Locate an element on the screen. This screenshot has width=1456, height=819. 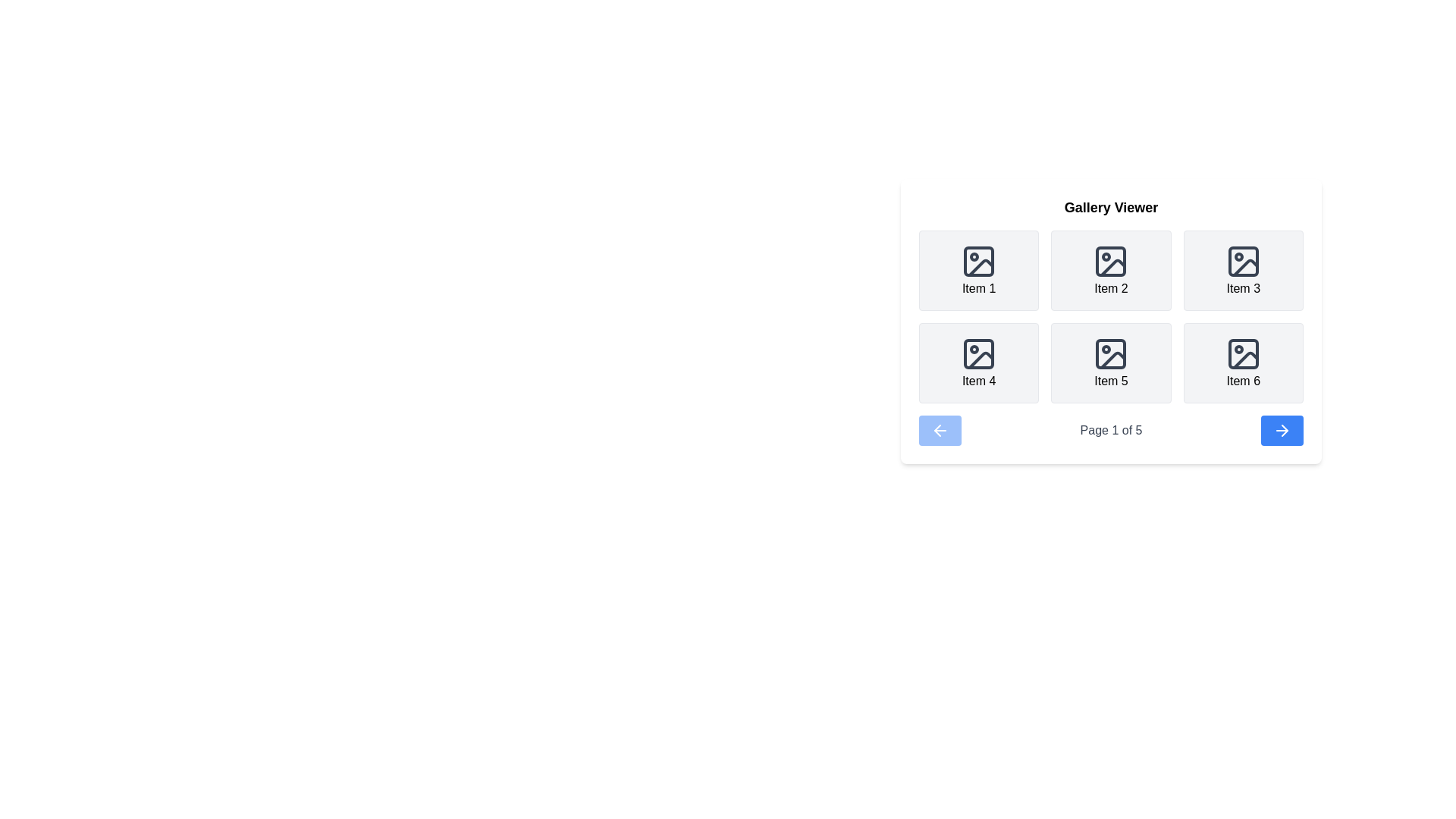
the SVG icon representing an image placeholder located in 'Item 6' of the gallery grid, which features a rectangular frame with rounded corners and a monochromatic dark gray color is located at coordinates (1243, 353).